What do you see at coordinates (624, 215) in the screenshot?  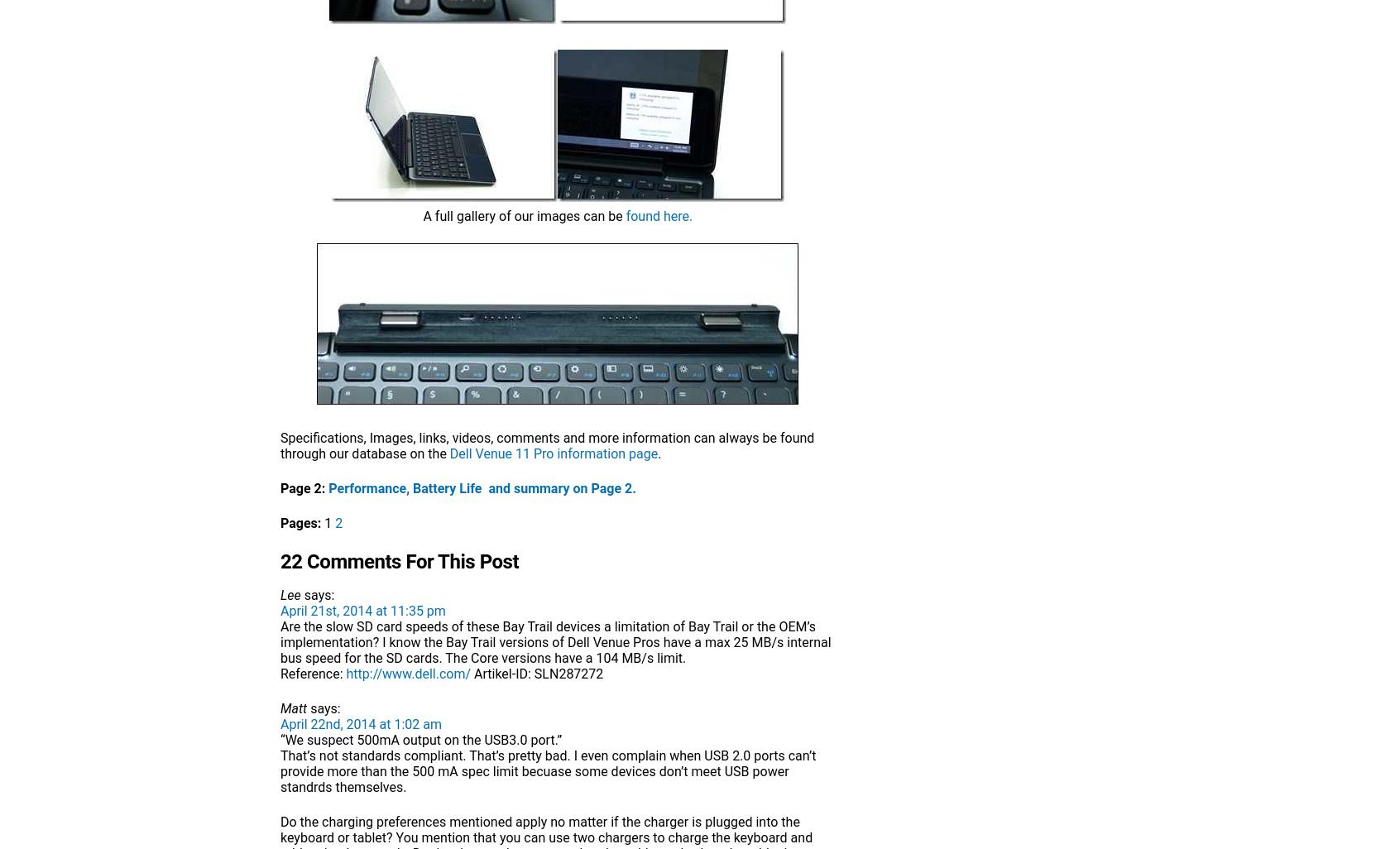 I see `'found here.'` at bounding box center [624, 215].